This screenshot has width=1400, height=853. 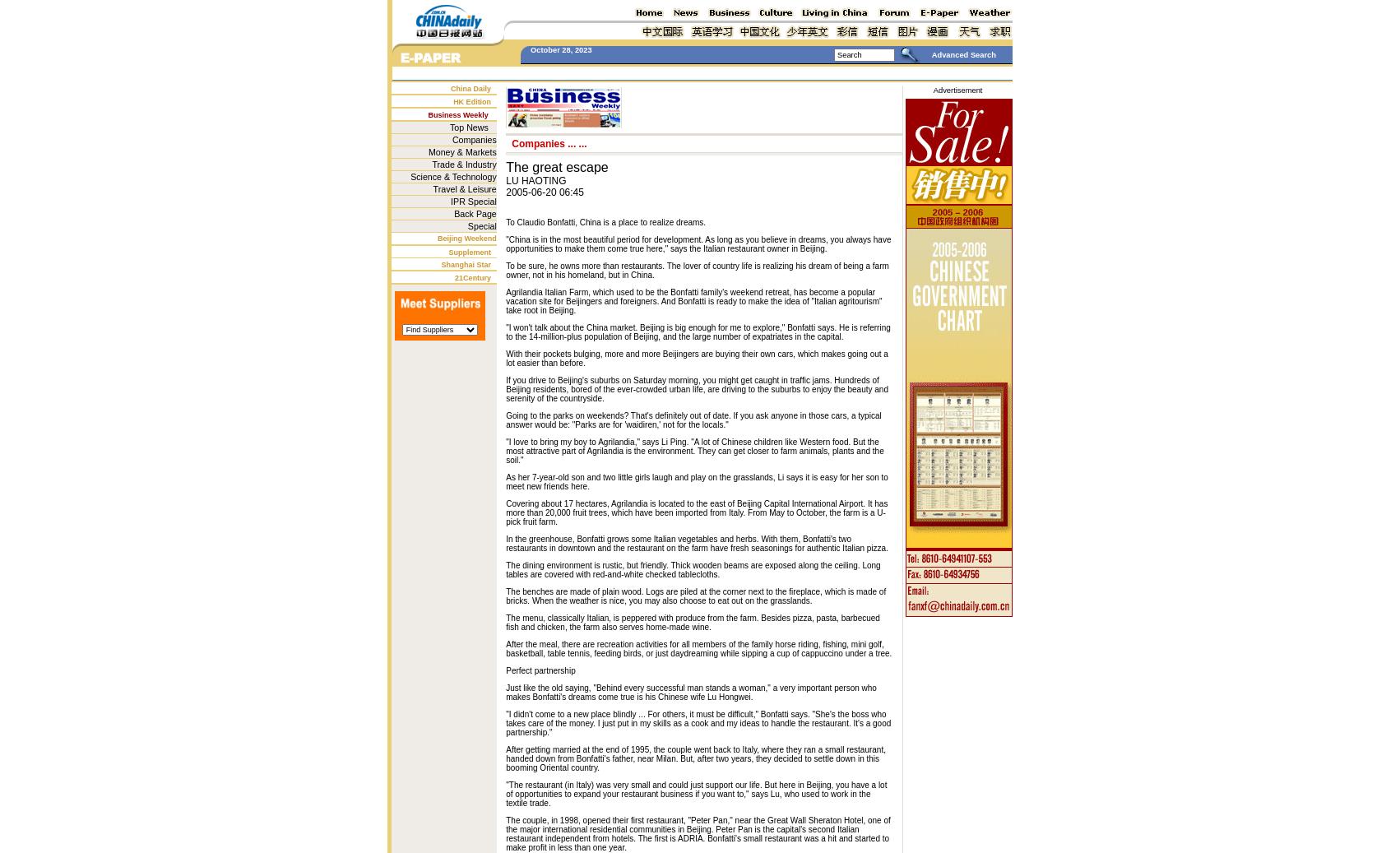 What do you see at coordinates (470, 251) in the screenshot?
I see `'Supplement'` at bounding box center [470, 251].